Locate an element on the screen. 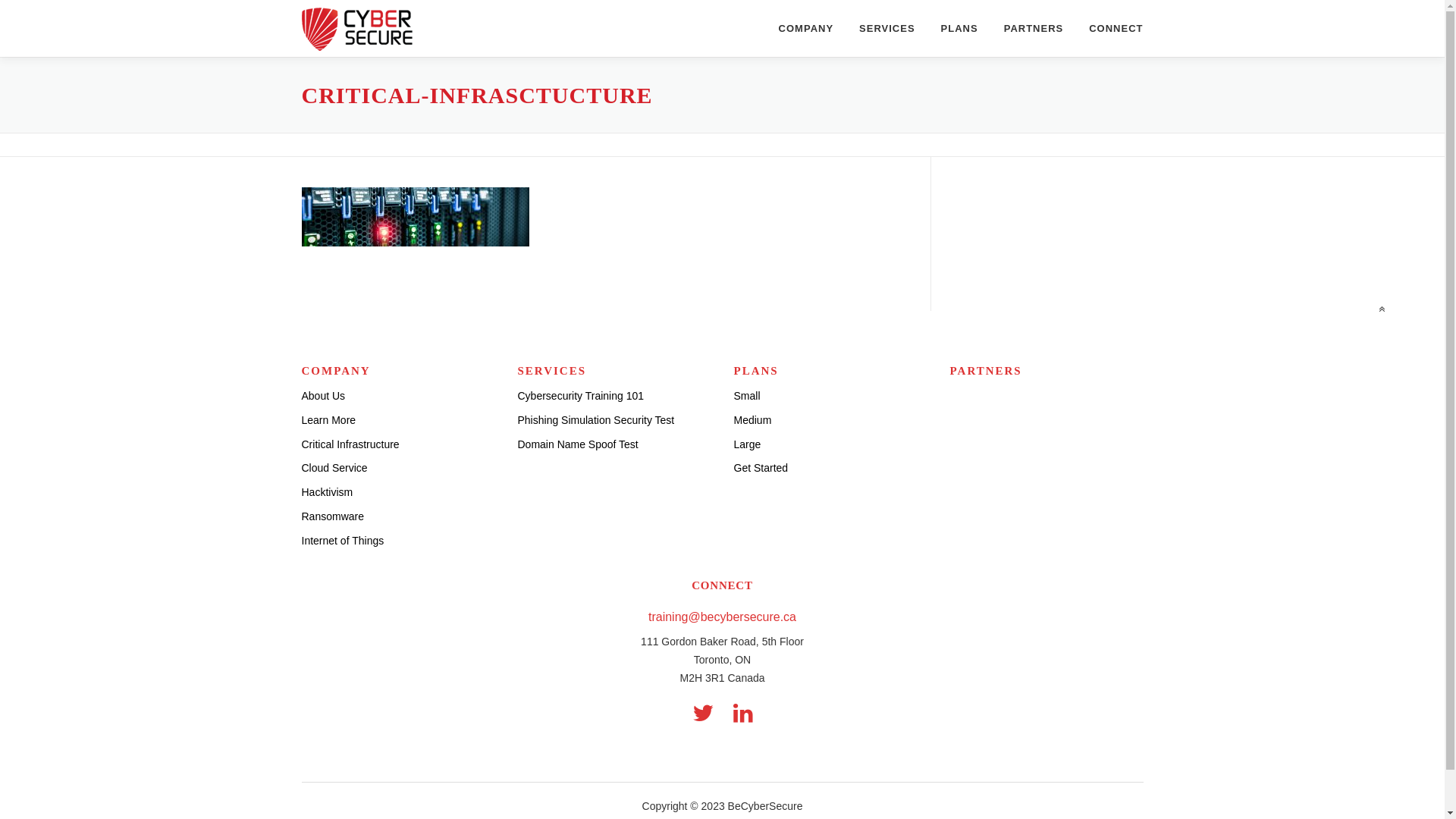 This screenshot has height=819, width=1456. 'Cloud Service' is located at coordinates (334, 467).